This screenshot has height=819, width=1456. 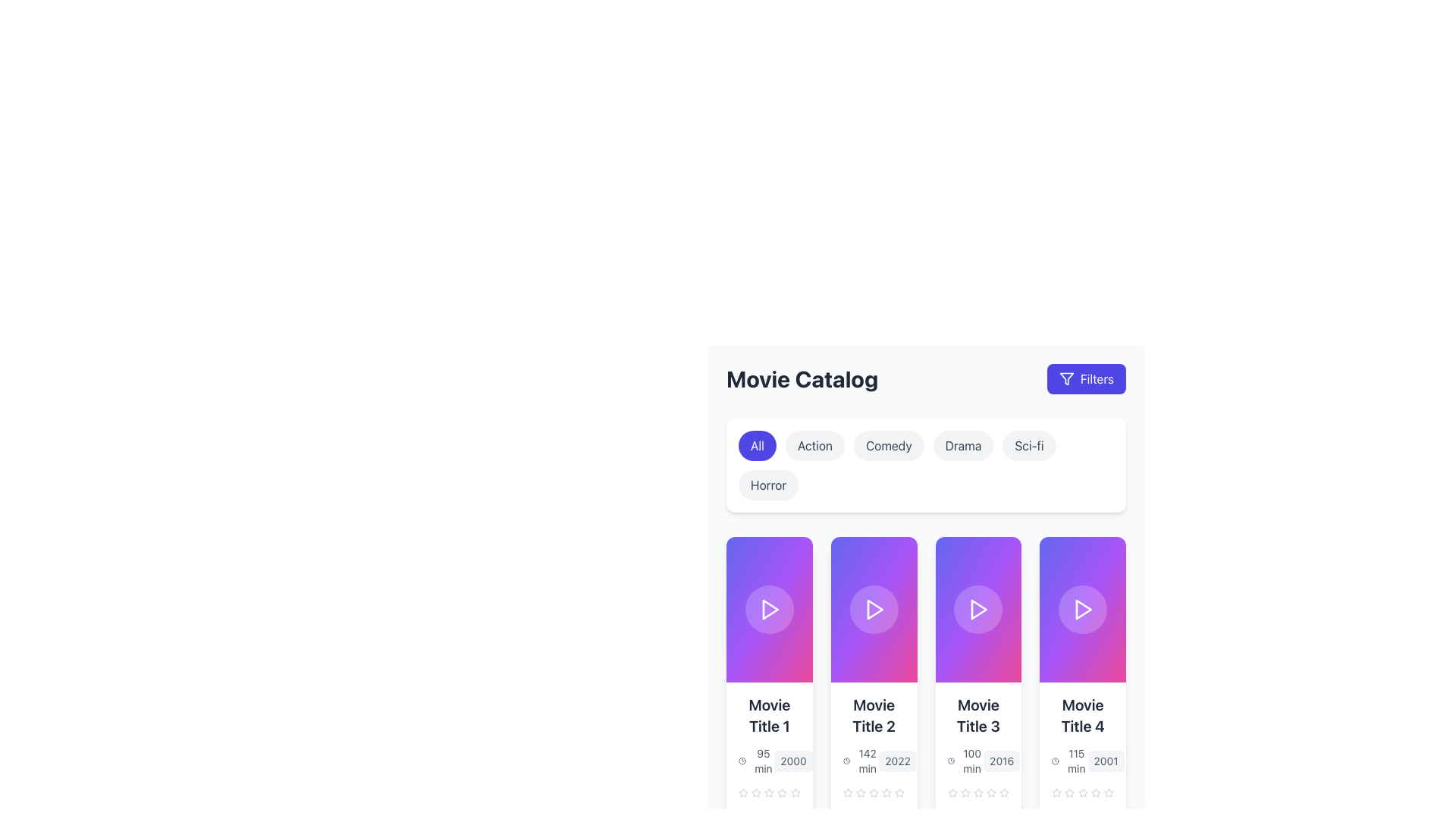 What do you see at coordinates (1056, 792) in the screenshot?
I see `the fifth star icon in the wireframe style for the movie card labeled 'Movie Title 4'` at bounding box center [1056, 792].